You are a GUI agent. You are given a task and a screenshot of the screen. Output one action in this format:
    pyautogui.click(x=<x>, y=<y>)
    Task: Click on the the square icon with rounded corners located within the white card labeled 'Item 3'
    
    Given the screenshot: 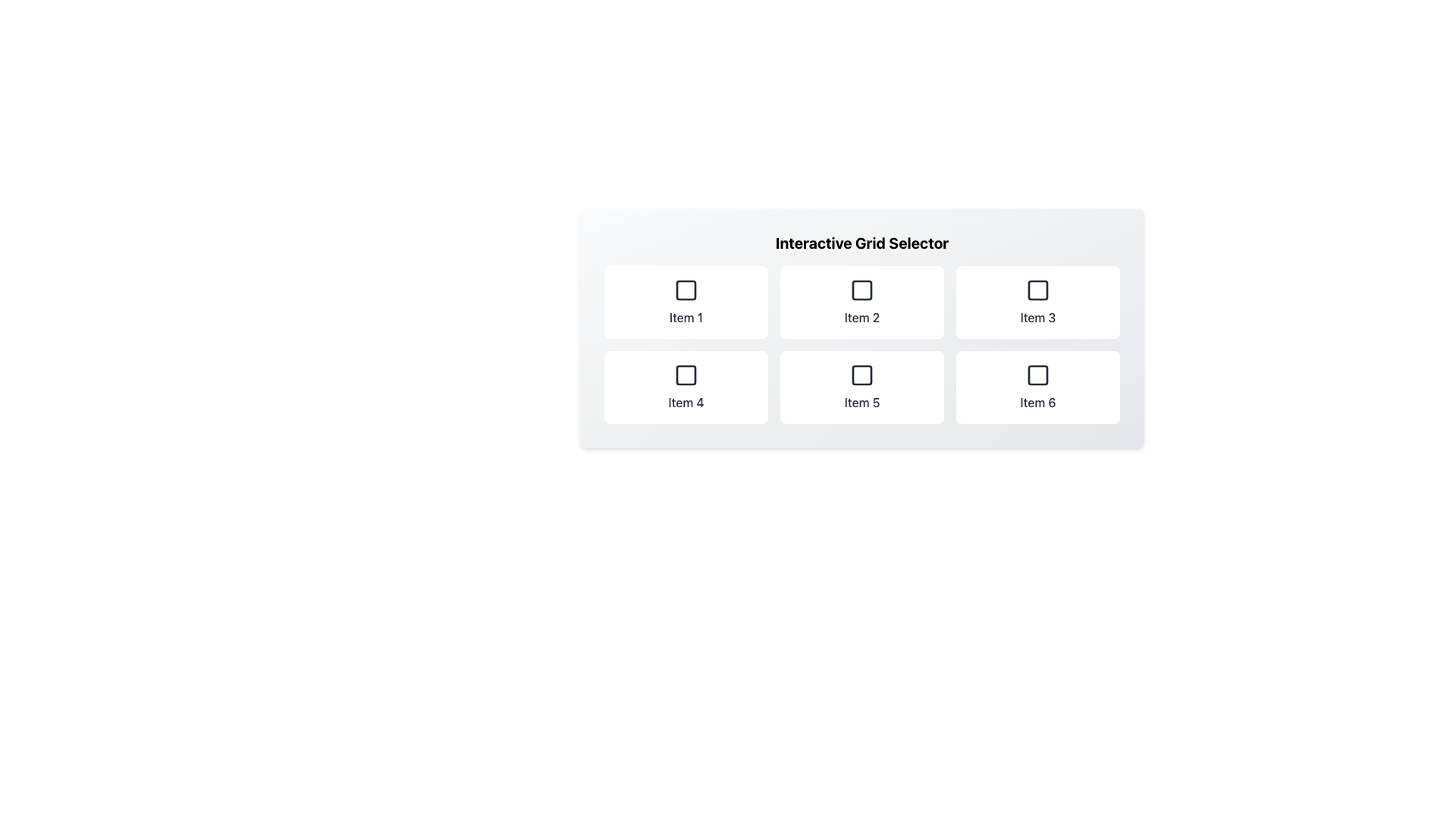 What is the action you would take?
    pyautogui.click(x=1037, y=290)
    